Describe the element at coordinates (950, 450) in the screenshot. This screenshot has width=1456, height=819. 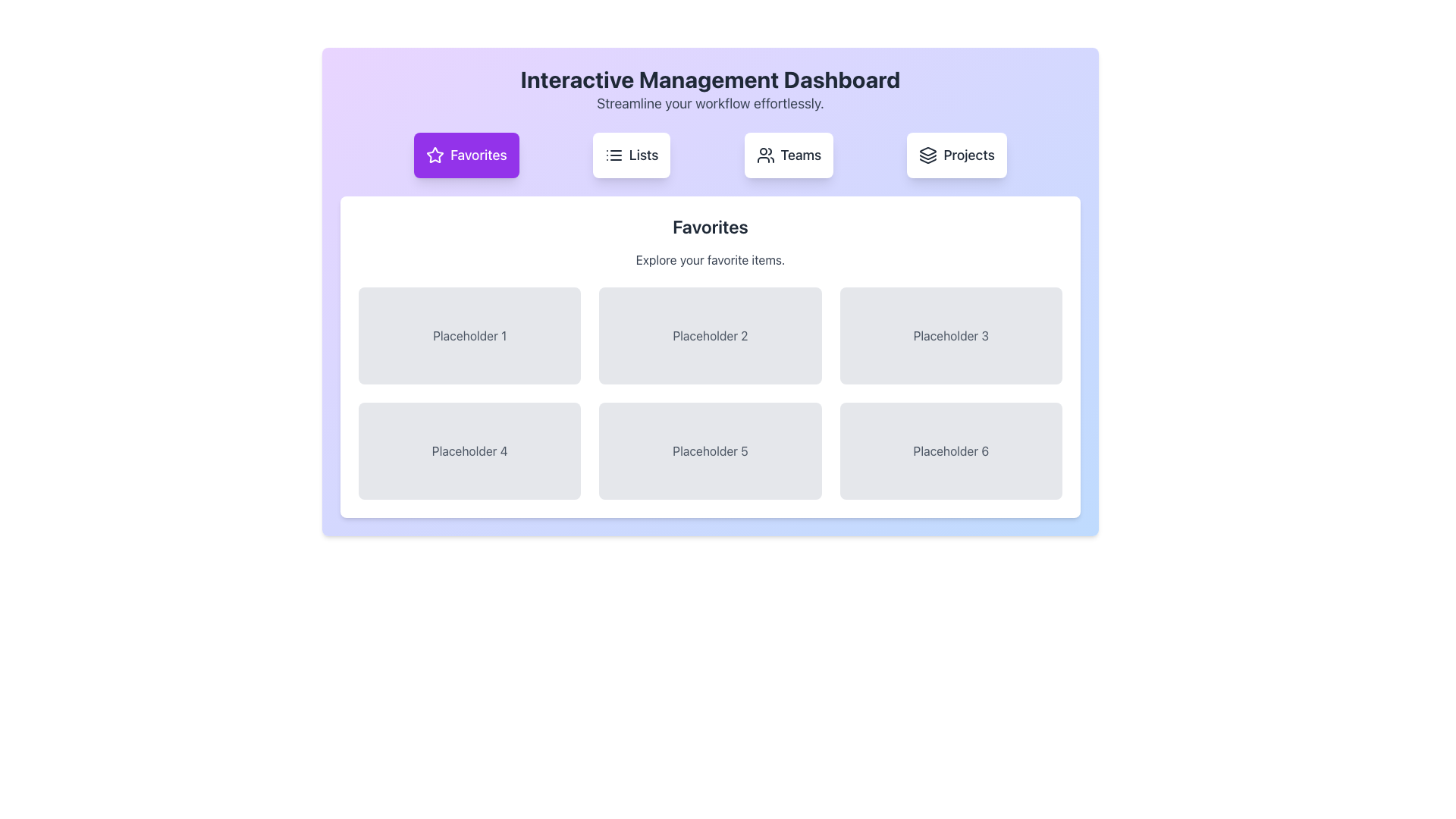
I see `the static element with the text 'Placeholder 6', which is a rectangular area with rounded corners and a light gray background, located in the bottom-right corner of the grid layout` at that location.